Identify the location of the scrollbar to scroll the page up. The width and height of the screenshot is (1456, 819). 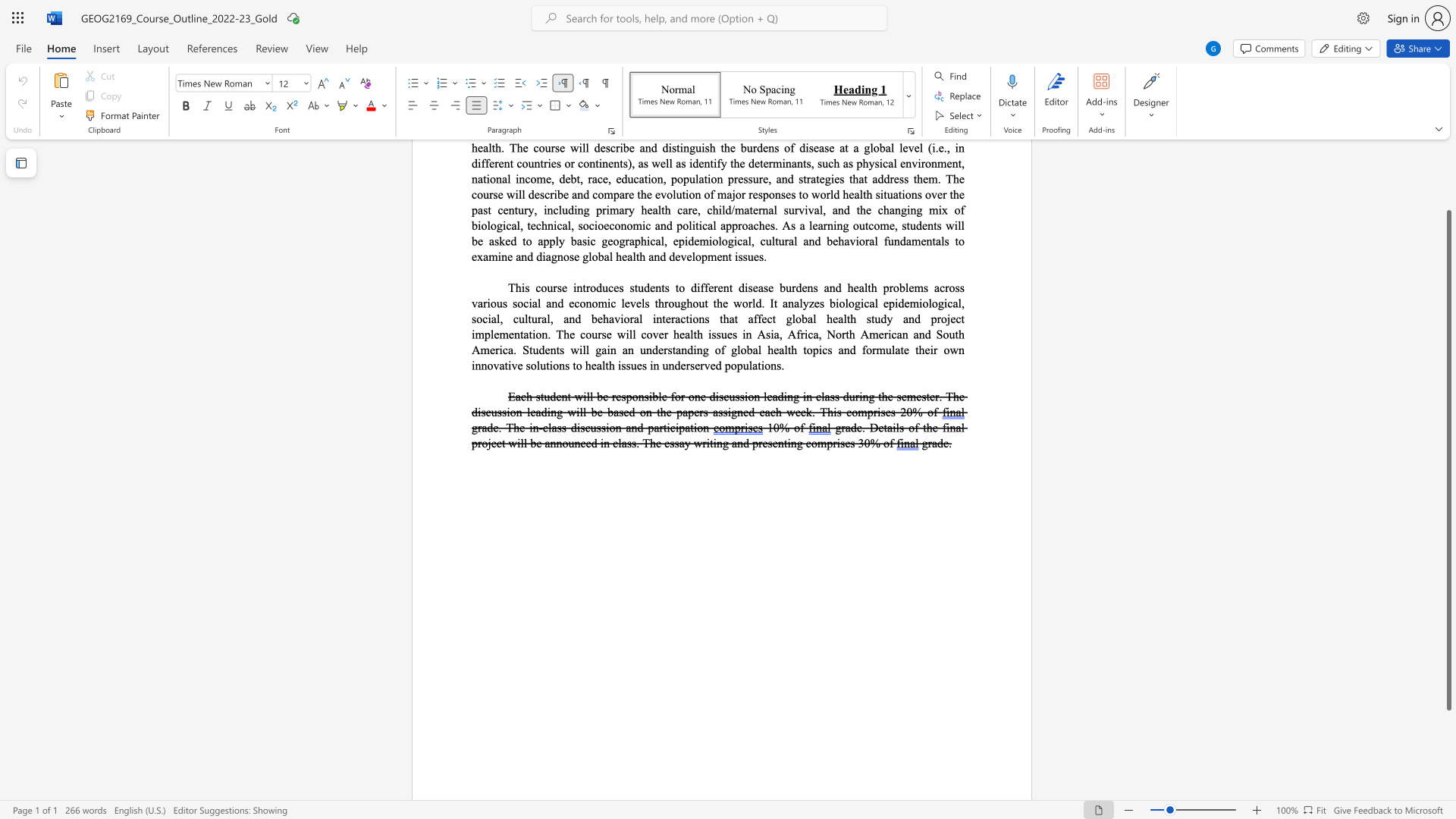
(1448, 174).